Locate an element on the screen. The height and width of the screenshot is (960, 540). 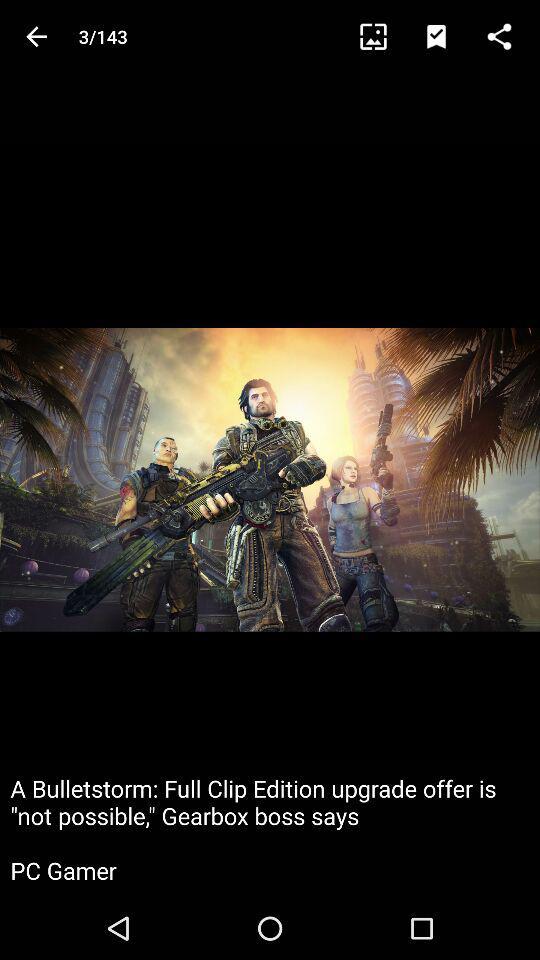
the icon at the bottom is located at coordinates (270, 829).